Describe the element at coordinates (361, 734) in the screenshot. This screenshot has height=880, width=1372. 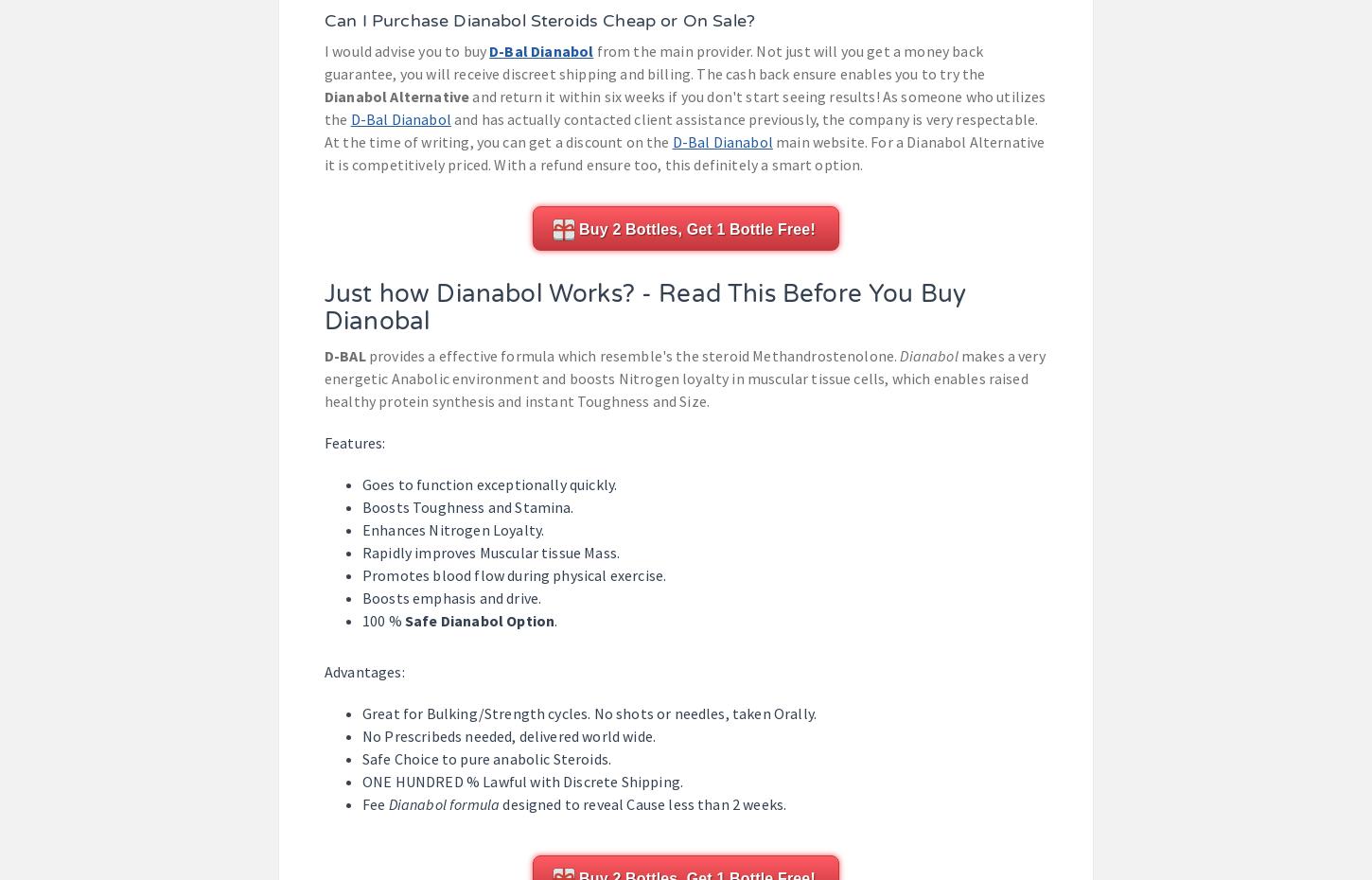
I see `'No Prescribeds needed, delivered world wide.'` at that location.